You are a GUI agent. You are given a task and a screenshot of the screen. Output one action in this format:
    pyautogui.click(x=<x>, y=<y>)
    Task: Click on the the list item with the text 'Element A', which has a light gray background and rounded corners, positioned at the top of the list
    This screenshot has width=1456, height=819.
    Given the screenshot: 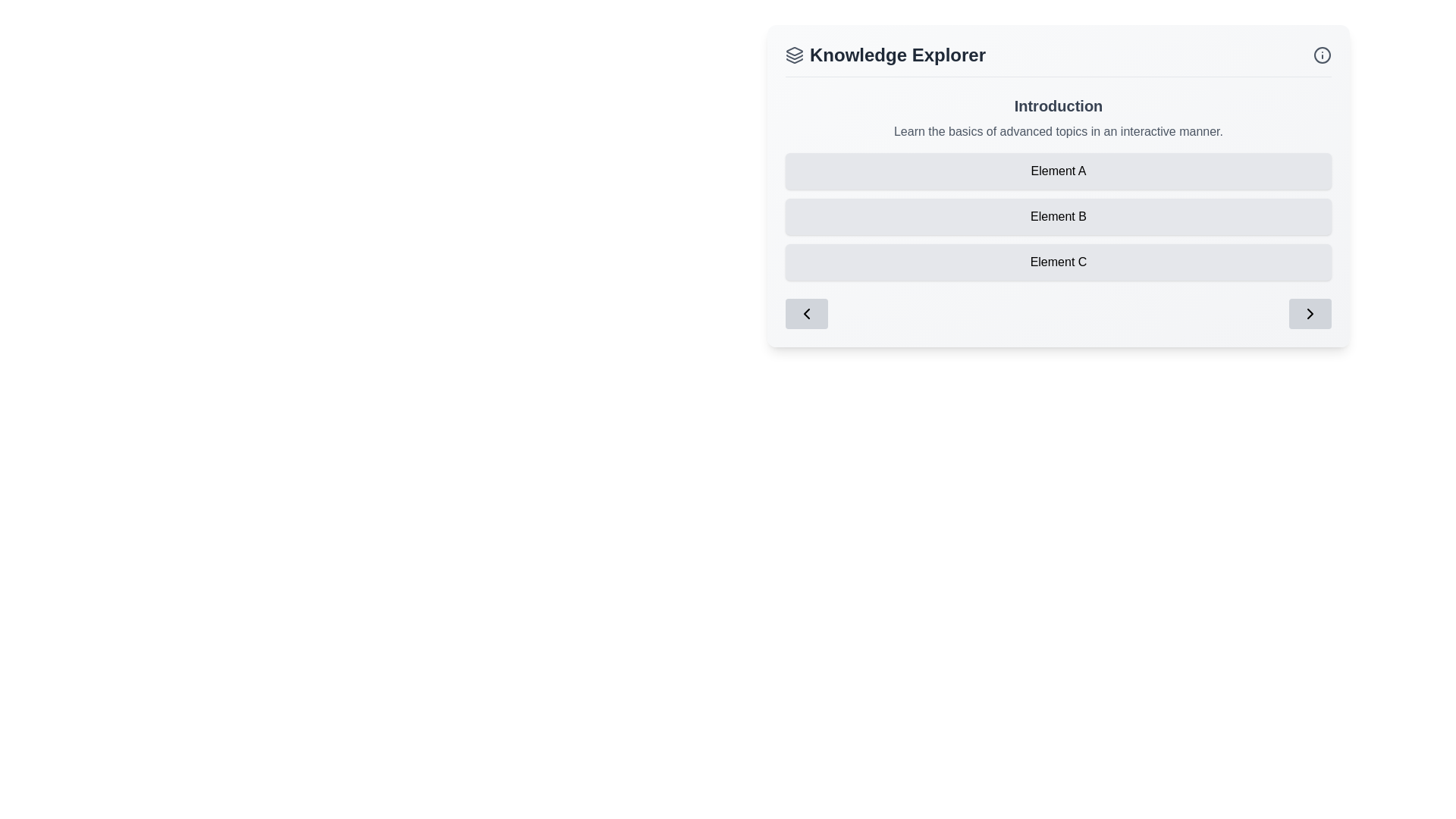 What is the action you would take?
    pyautogui.click(x=1058, y=171)
    